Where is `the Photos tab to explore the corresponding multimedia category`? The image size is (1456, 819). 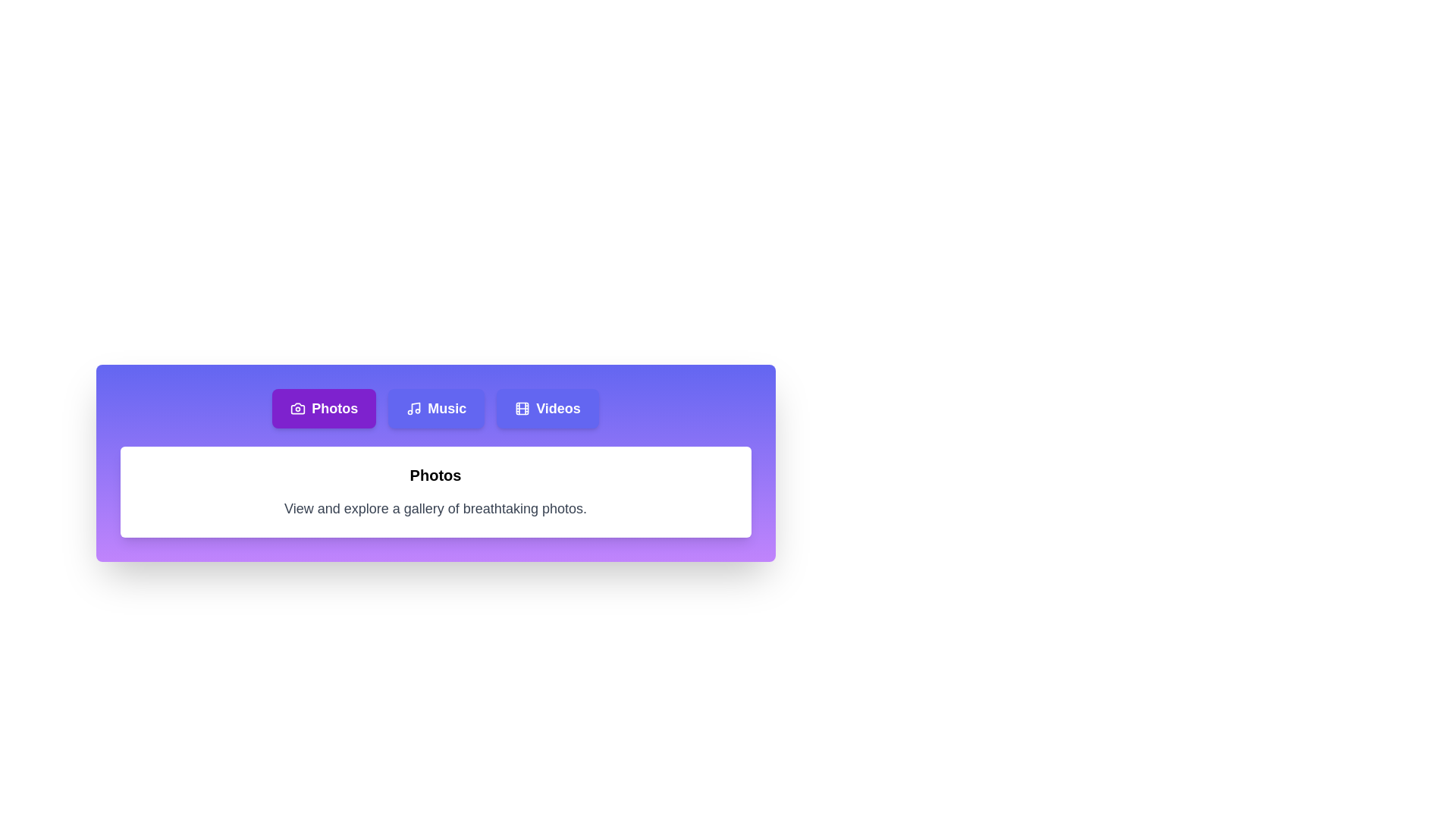
the Photos tab to explore the corresponding multimedia category is located at coordinates (323, 408).